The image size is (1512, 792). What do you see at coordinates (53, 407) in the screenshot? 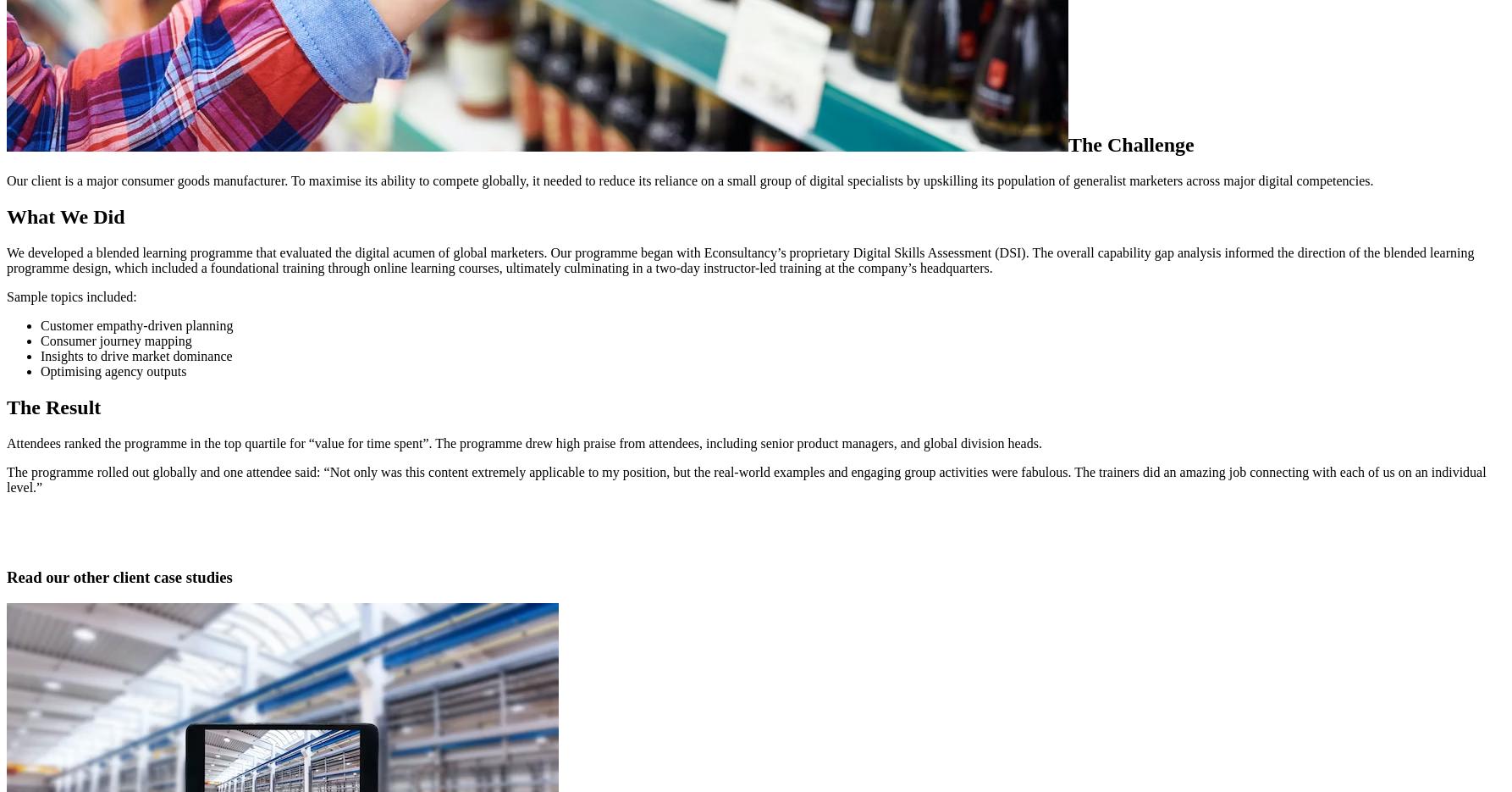
I see `'The Result'` at bounding box center [53, 407].